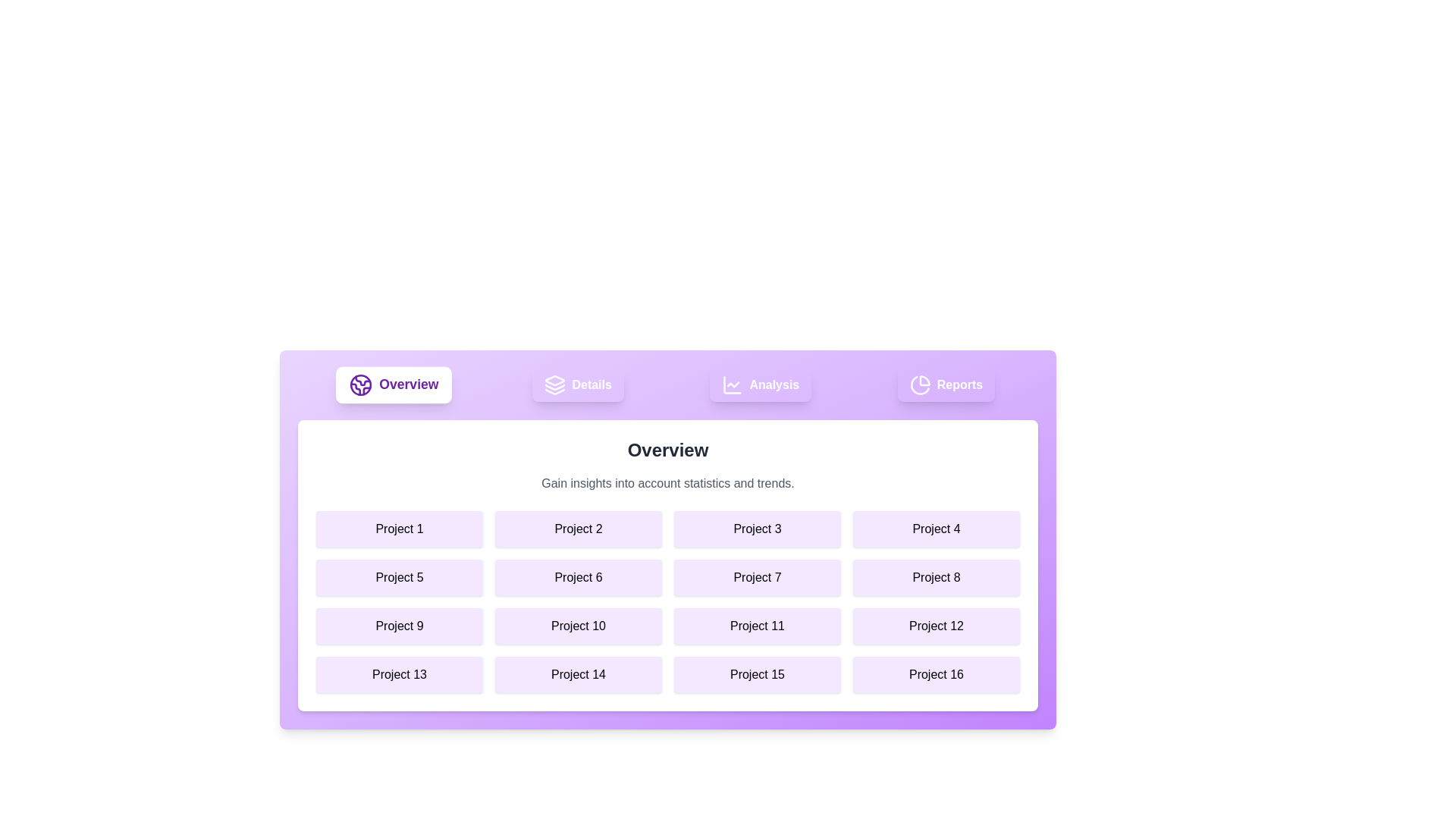 This screenshot has width=1456, height=819. What do you see at coordinates (577, 384) in the screenshot?
I see `the element labeled Details` at bounding box center [577, 384].